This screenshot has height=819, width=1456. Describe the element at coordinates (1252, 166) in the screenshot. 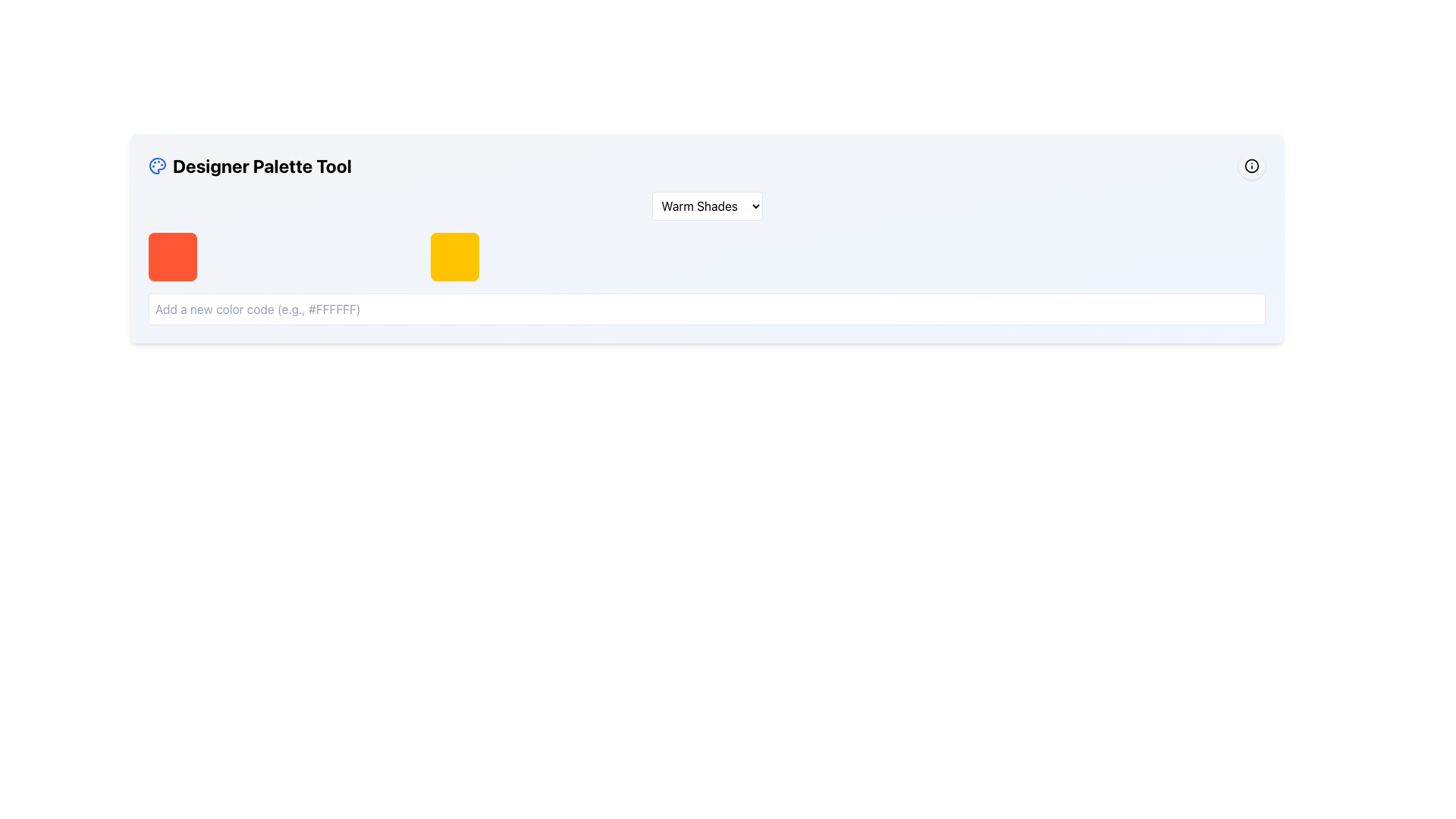

I see `the circular icon button with a light-gray background and a black border, which features a small black 'i' symbol inside` at that location.